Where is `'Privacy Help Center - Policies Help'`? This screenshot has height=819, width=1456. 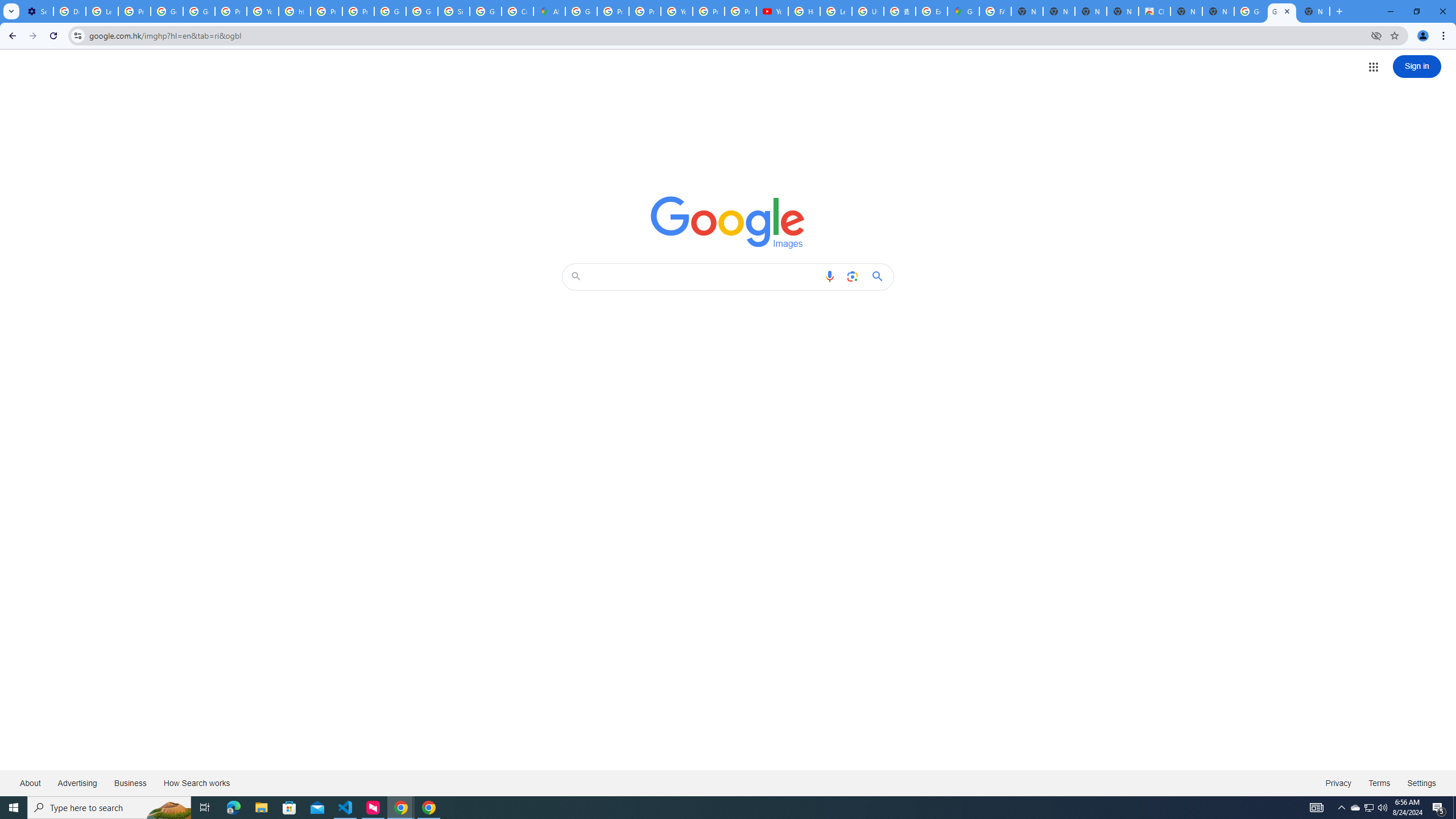
'Privacy Help Center - Policies Help' is located at coordinates (614, 11).